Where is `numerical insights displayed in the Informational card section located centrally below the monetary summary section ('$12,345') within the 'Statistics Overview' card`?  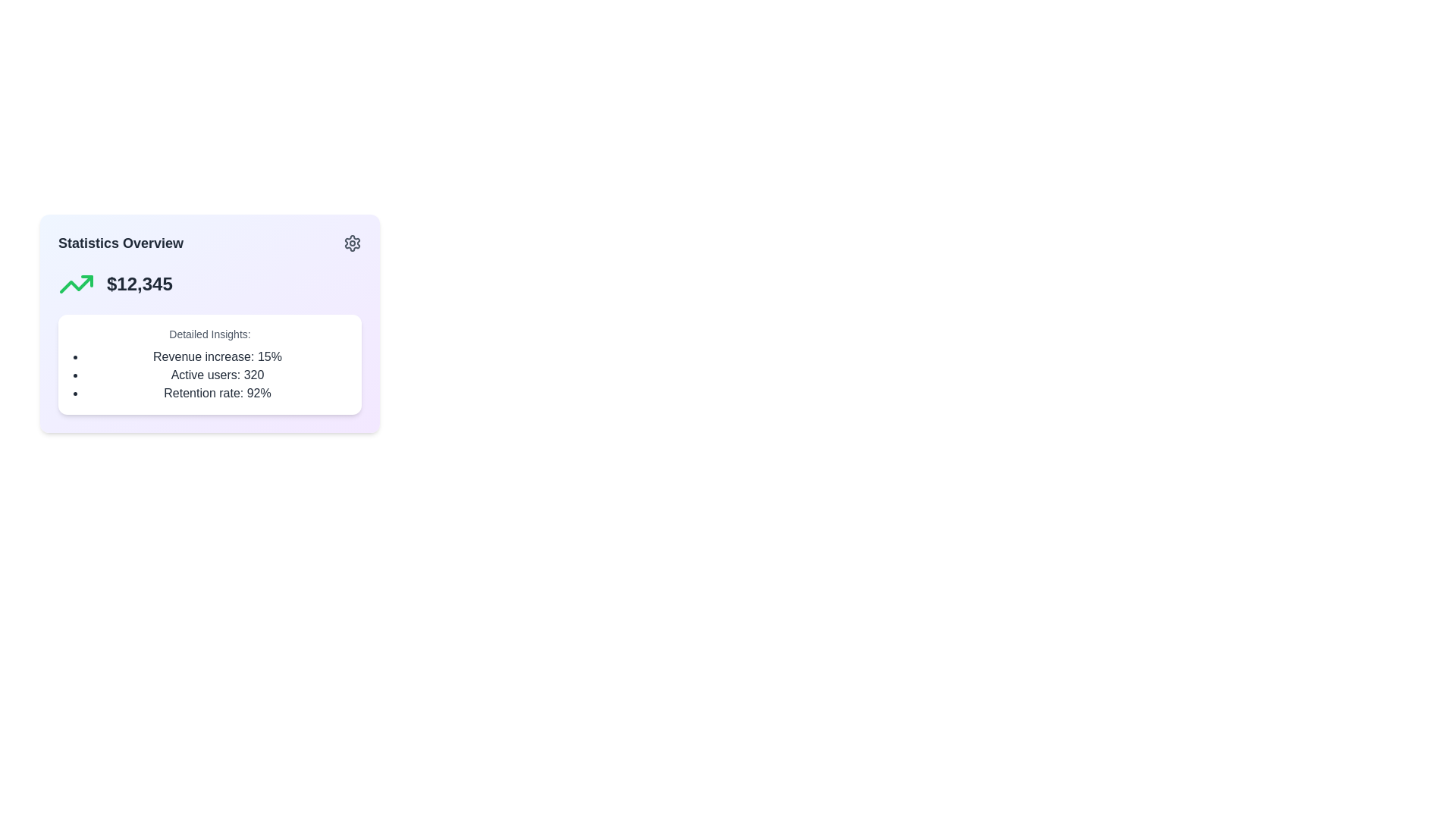
numerical insights displayed in the Informational card section located centrally below the monetary summary section ('$12,345') within the 'Statistics Overview' card is located at coordinates (209, 365).